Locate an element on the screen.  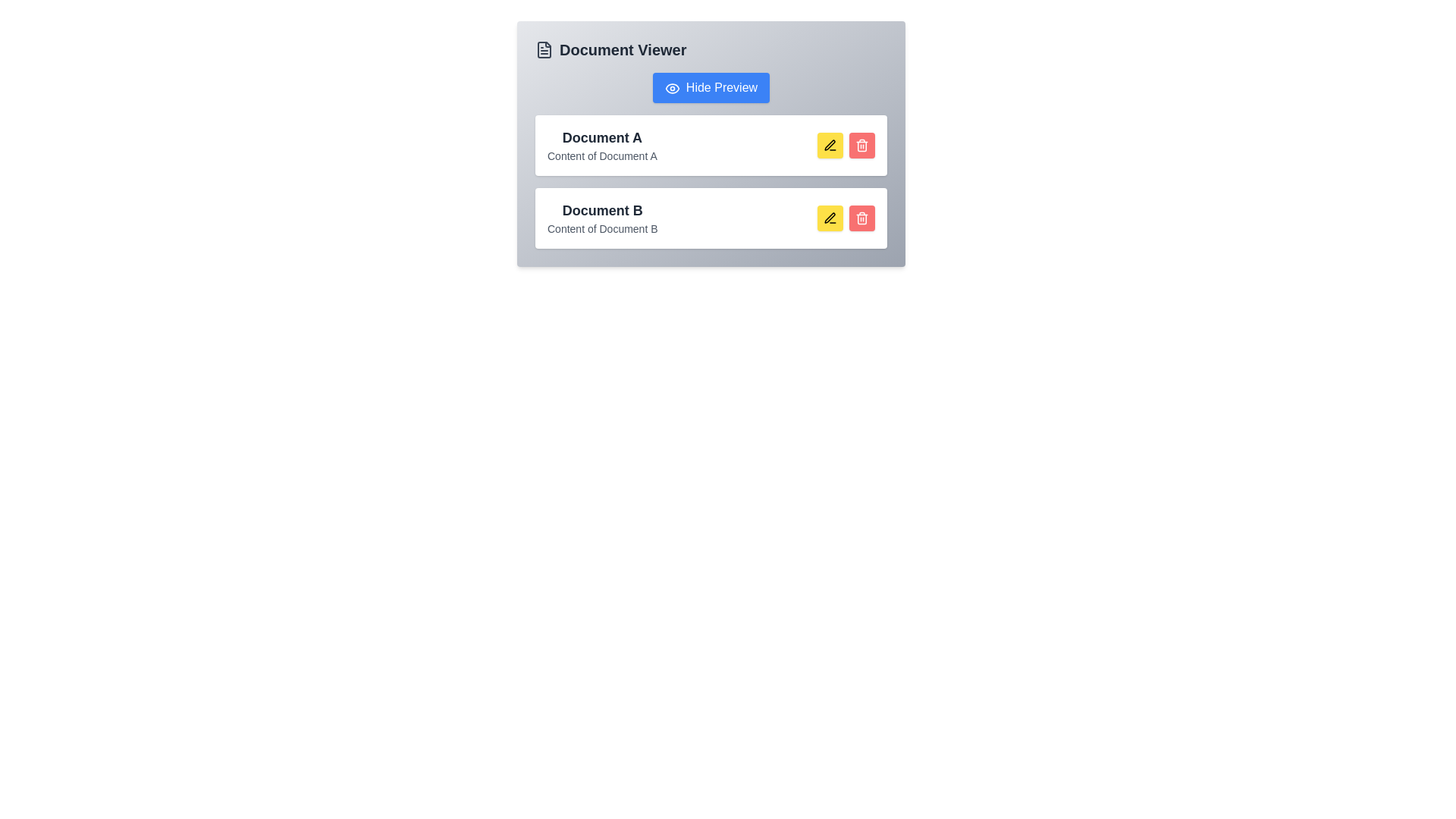
the delete button located in the top-most element of the two rows, positioned to the right of the yellow edit button is located at coordinates (862, 146).